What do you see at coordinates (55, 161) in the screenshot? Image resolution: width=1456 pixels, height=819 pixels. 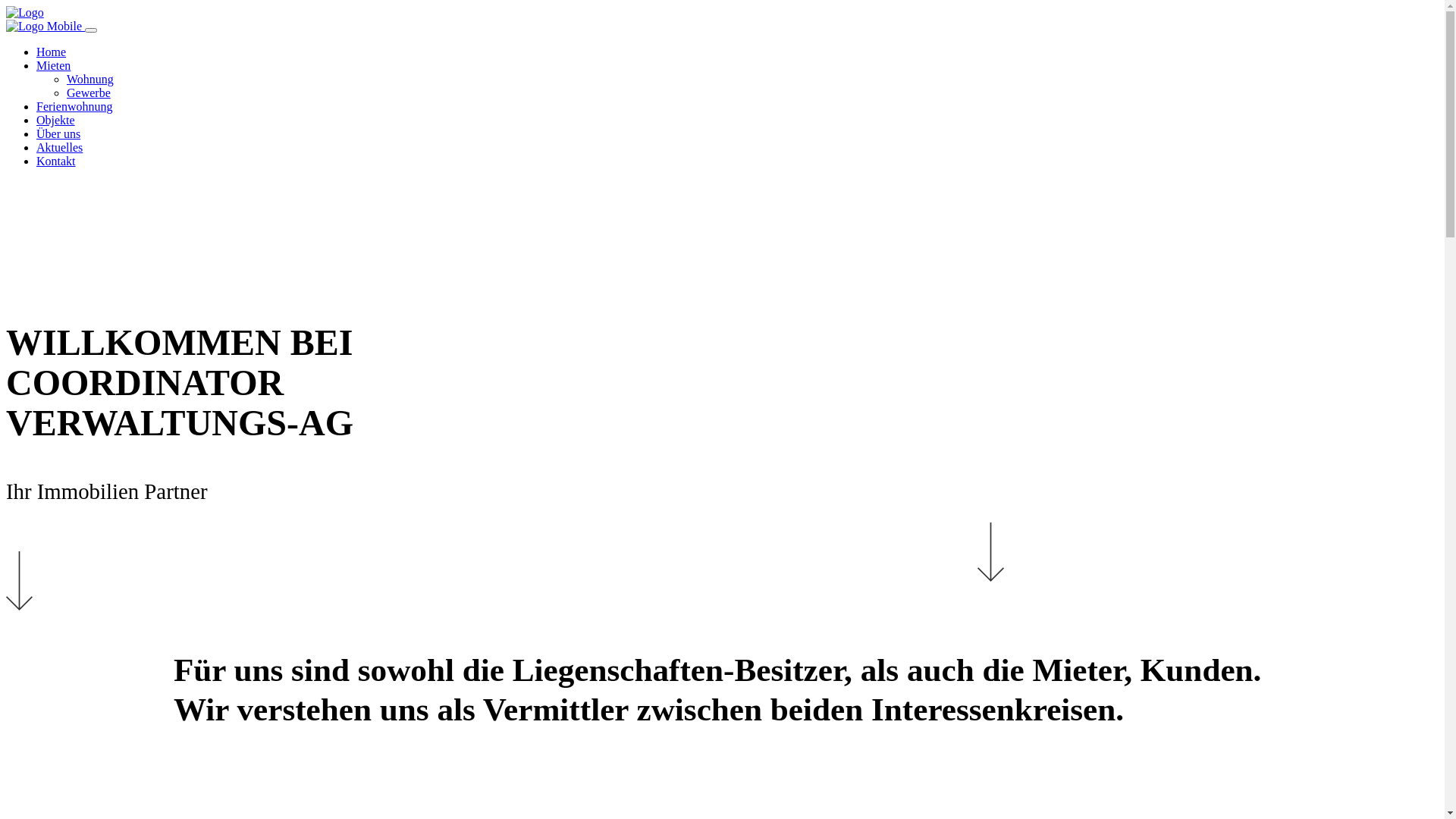 I see `'Kontakt'` at bounding box center [55, 161].